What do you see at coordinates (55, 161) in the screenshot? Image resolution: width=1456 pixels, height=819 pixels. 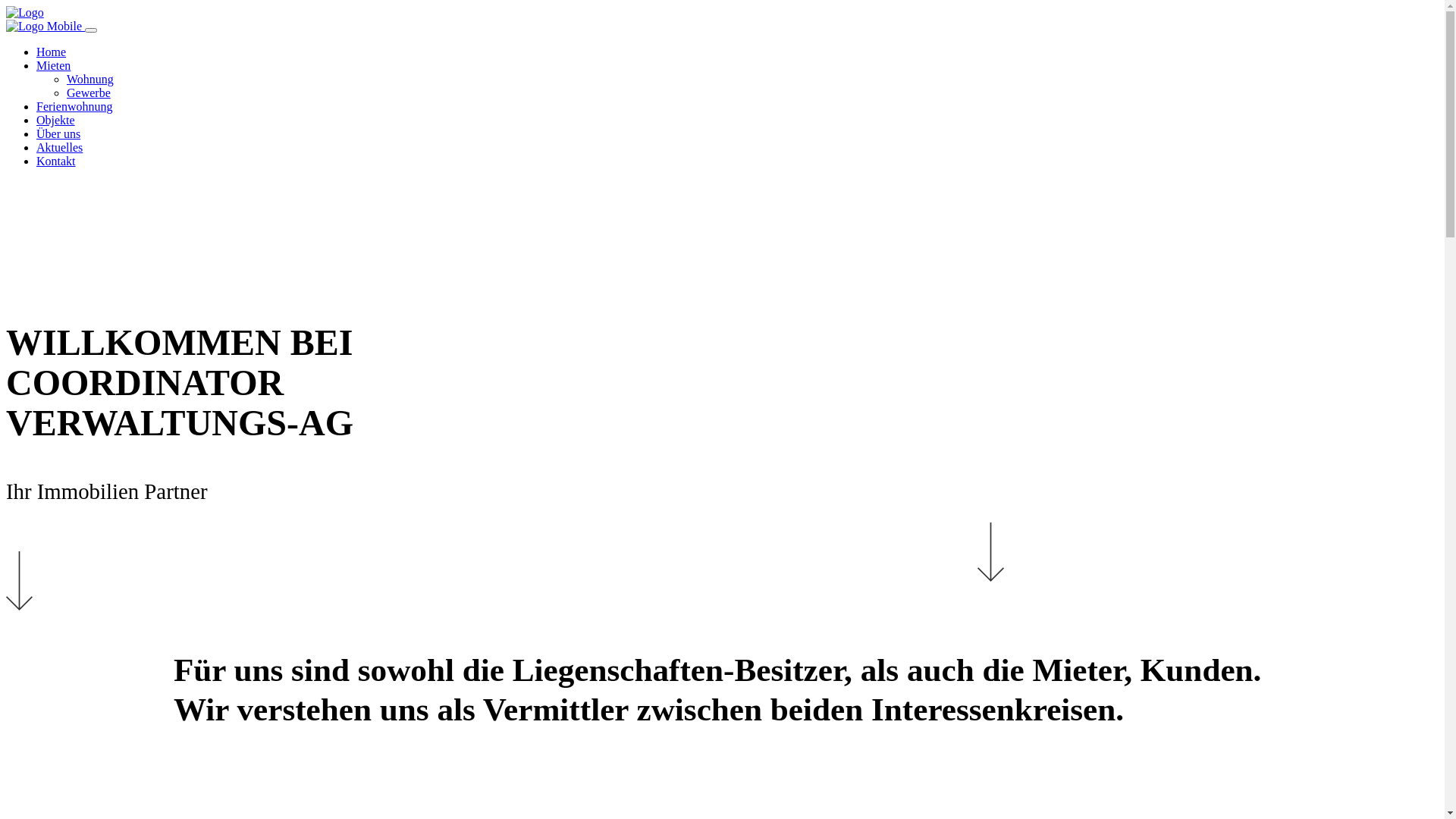 I see `'Kontakt'` at bounding box center [55, 161].